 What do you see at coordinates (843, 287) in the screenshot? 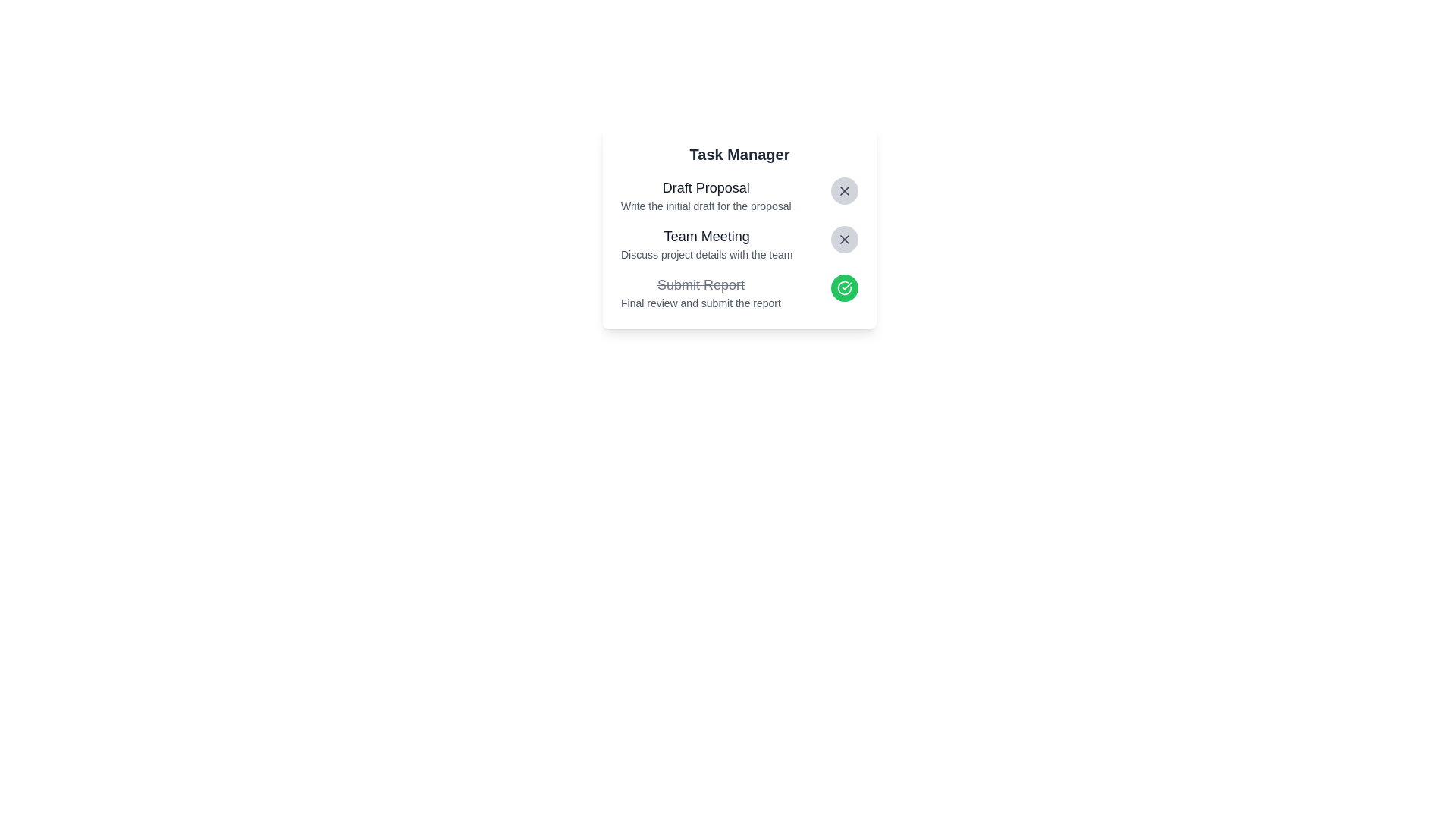
I see `the check-mark icon located in the bottom right quadrant of the card associated with the 'Submit Report' task to interact with the task` at bounding box center [843, 287].